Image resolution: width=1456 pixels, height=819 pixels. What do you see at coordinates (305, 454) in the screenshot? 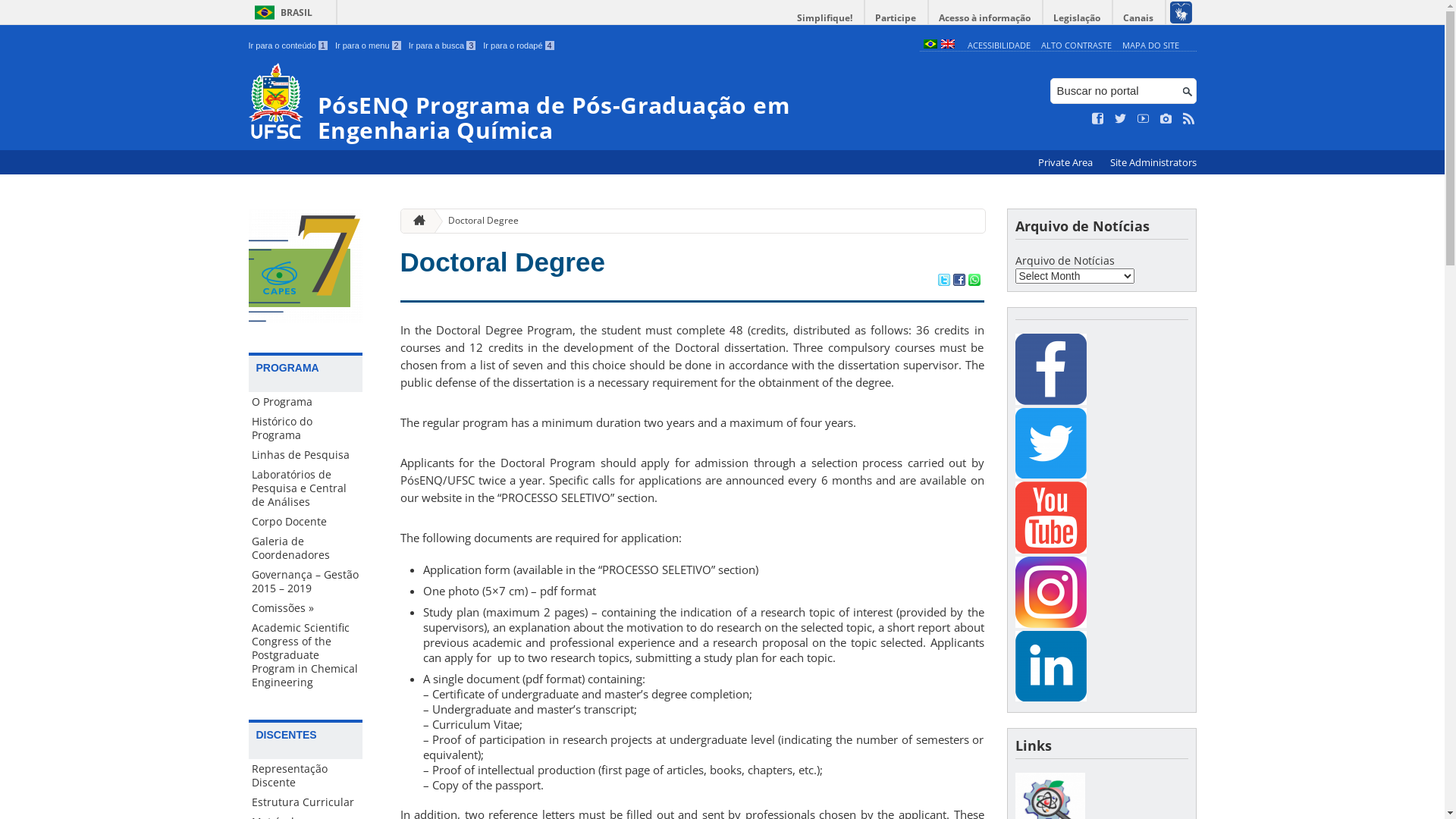
I see `'Linhas de Pesquisa'` at bounding box center [305, 454].